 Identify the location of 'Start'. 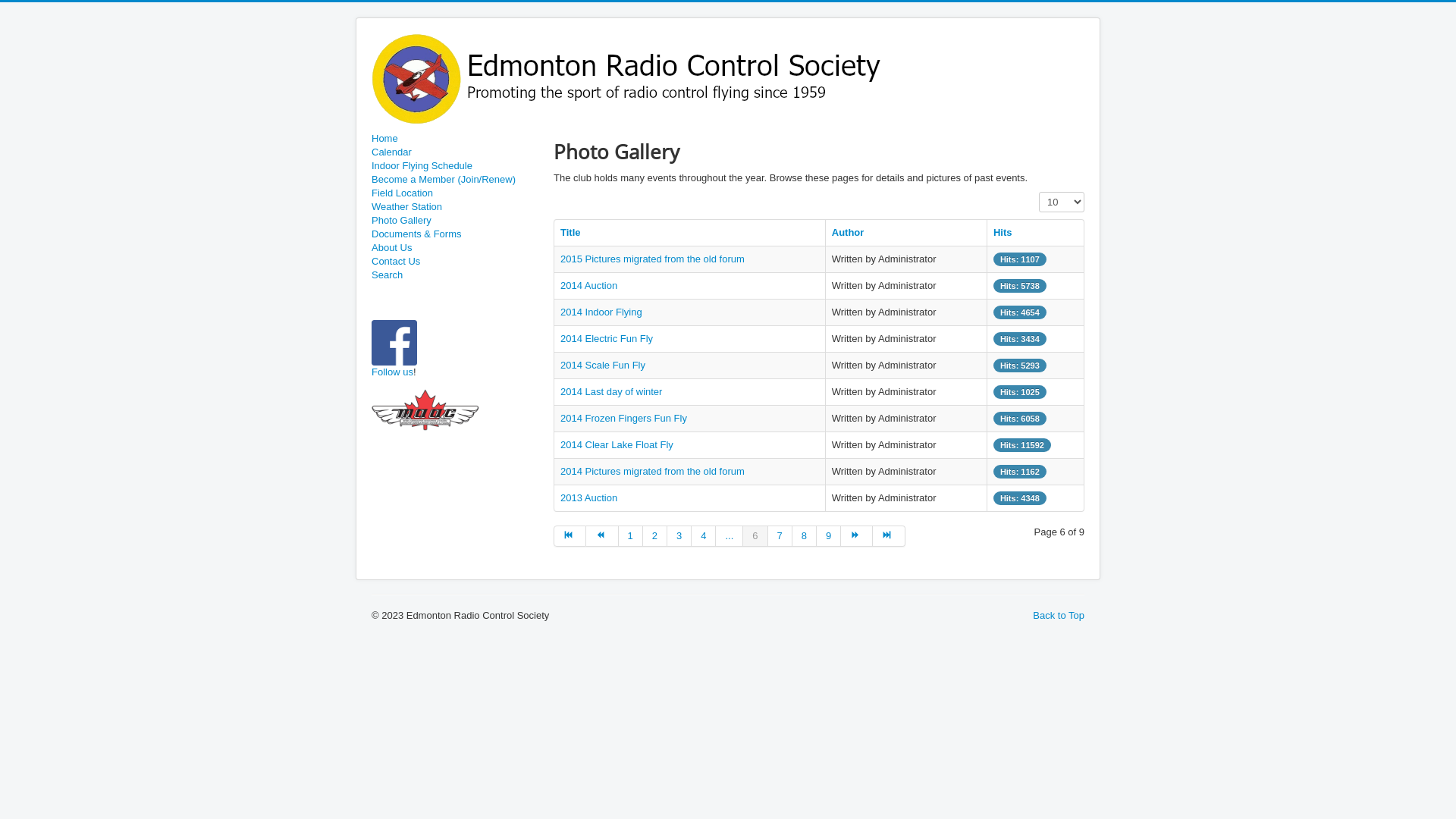
(569, 535).